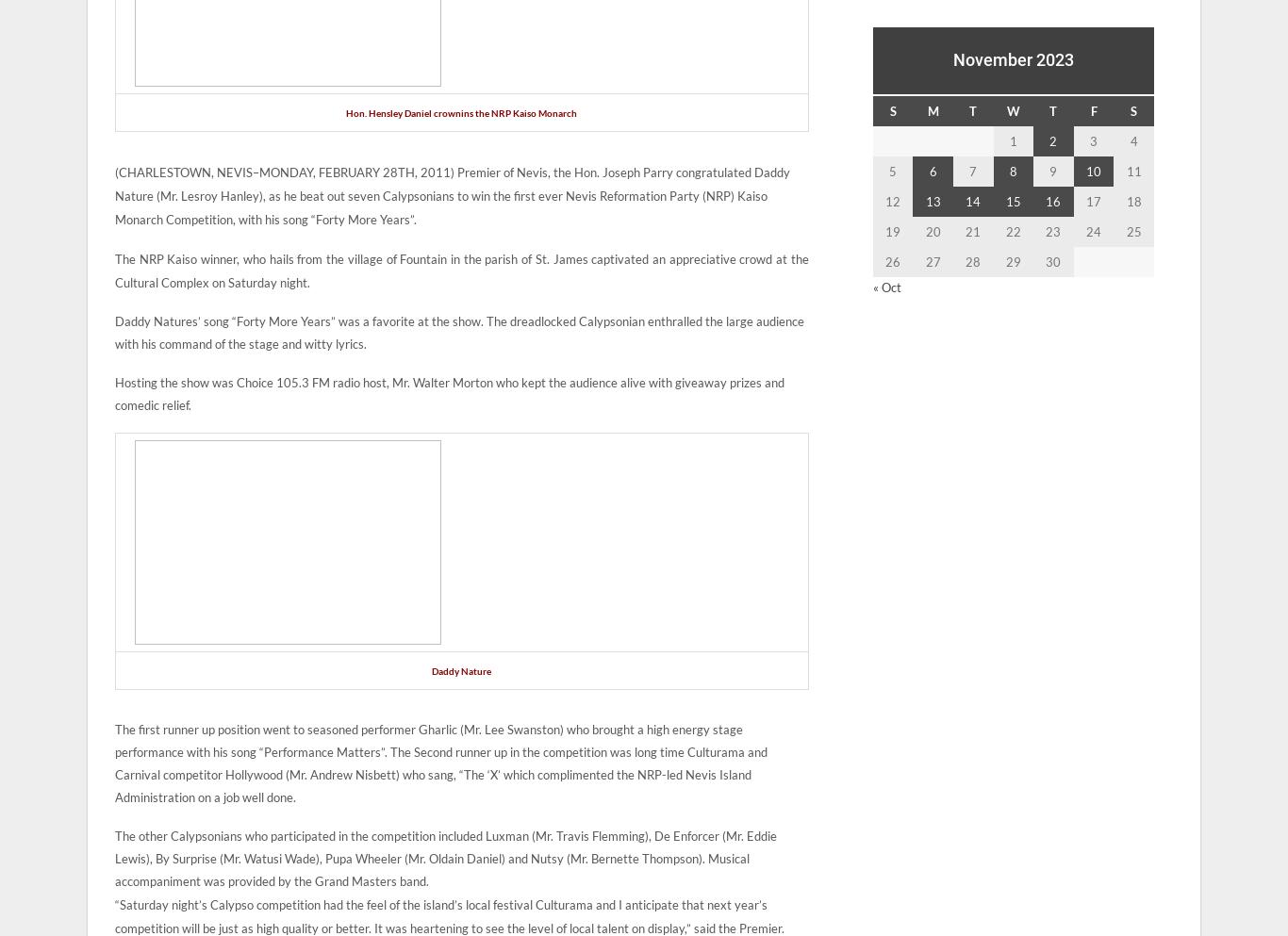 This screenshot has height=936, width=1288. Describe the element at coordinates (459, 333) in the screenshot. I see `'Daddy Natures’ song “Forty More Years” was a favorite at the show.  The dreadlocked Calypsonian enthralled the large audience with his command of the stage and witty lyrics.'` at that location.